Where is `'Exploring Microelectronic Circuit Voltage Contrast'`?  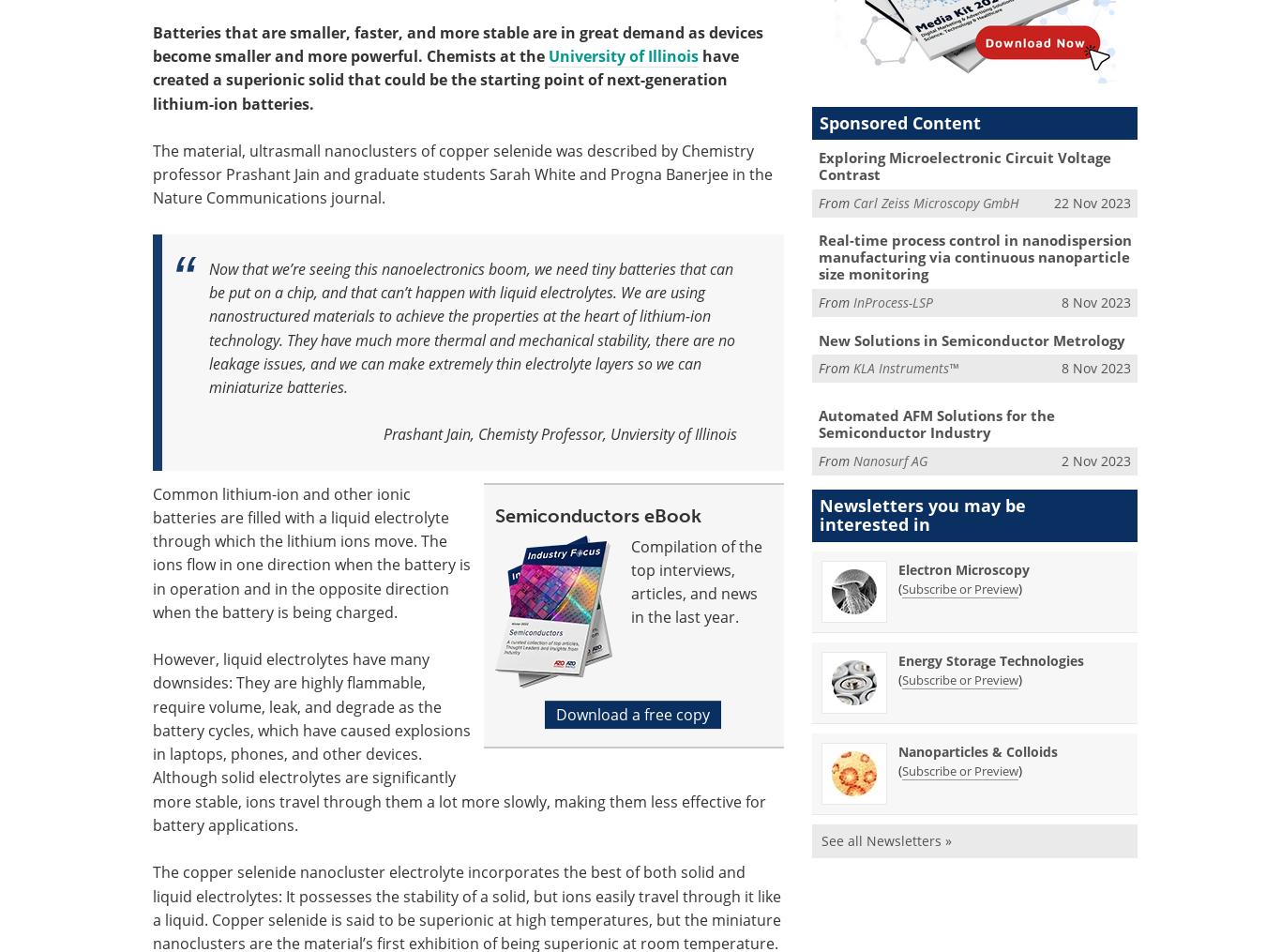
'Exploring Microelectronic Circuit Voltage Contrast' is located at coordinates (817, 165).